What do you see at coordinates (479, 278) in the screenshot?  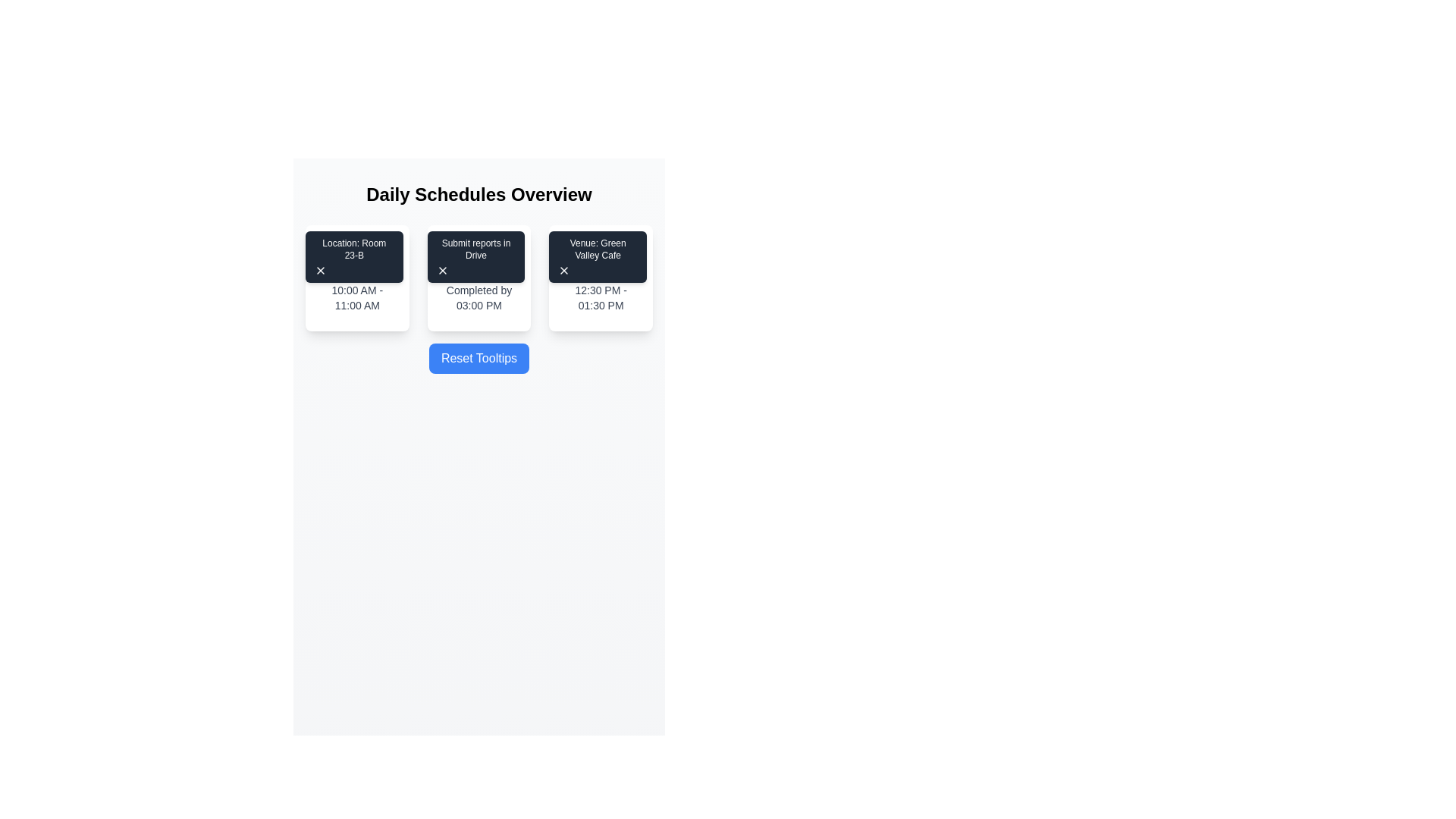 I see `the middle Informational card in the 'Daily Schedules Overview' section, which provides details about a specific task or event` at bounding box center [479, 278].